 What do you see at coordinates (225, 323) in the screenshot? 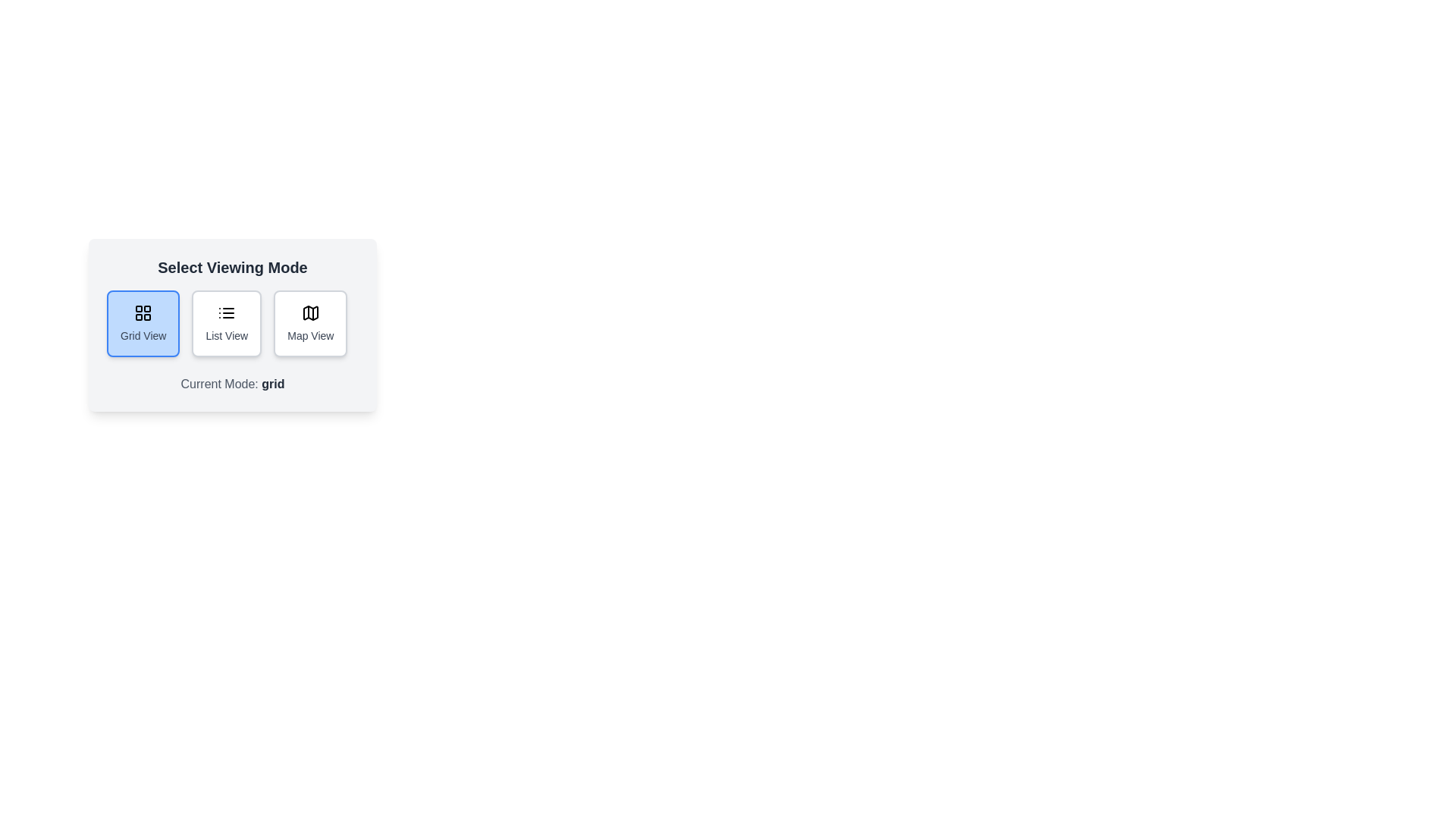
I see `the viewing mode by clicking on the respective button for List View` at bounding box center [225, 323].